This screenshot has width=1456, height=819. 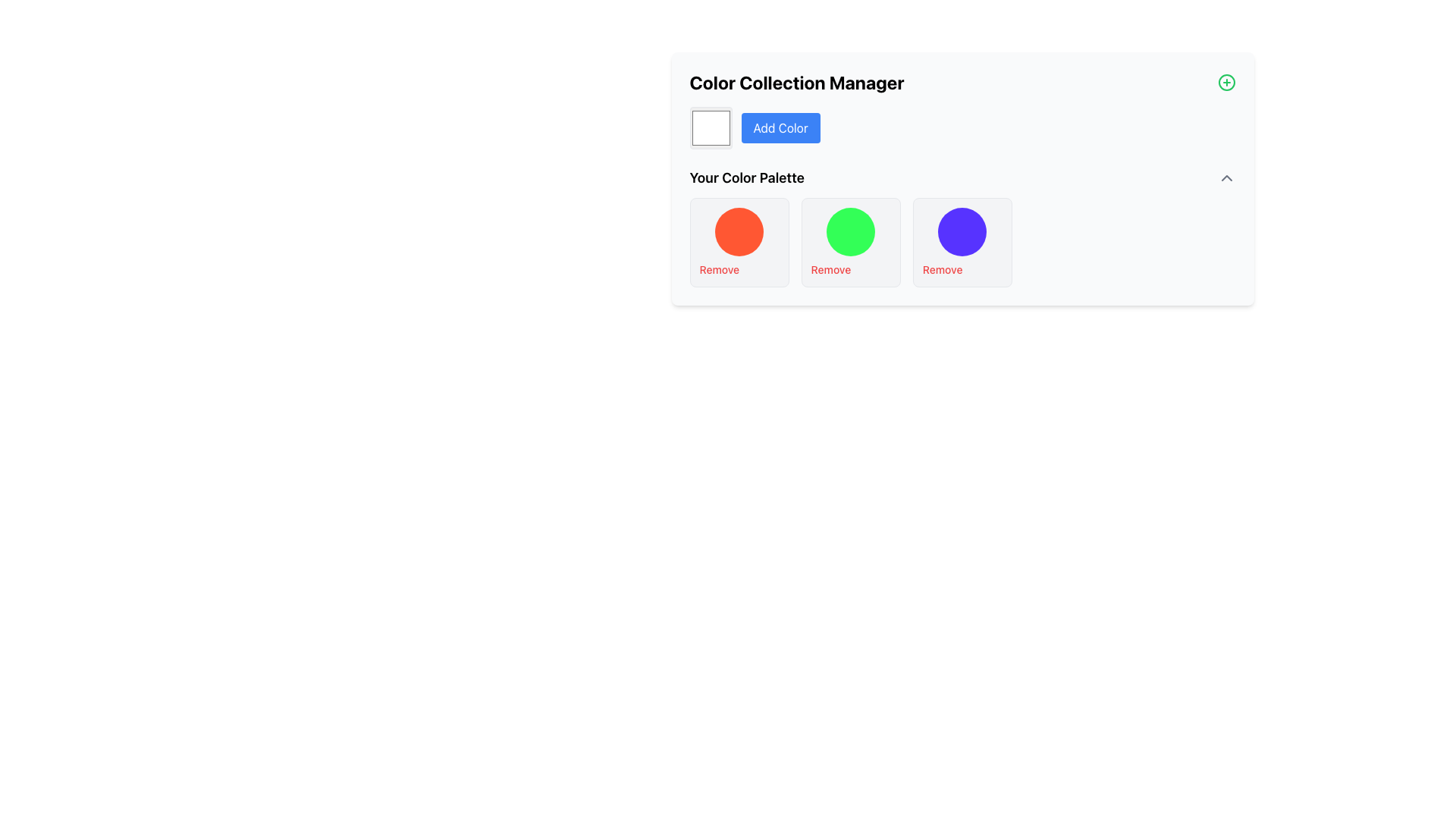 What do you see at coordinates (962, 242) in the screenshot?
I see `the third color indicator in 'Your Color Palette'` at bounding box center [962, 242].